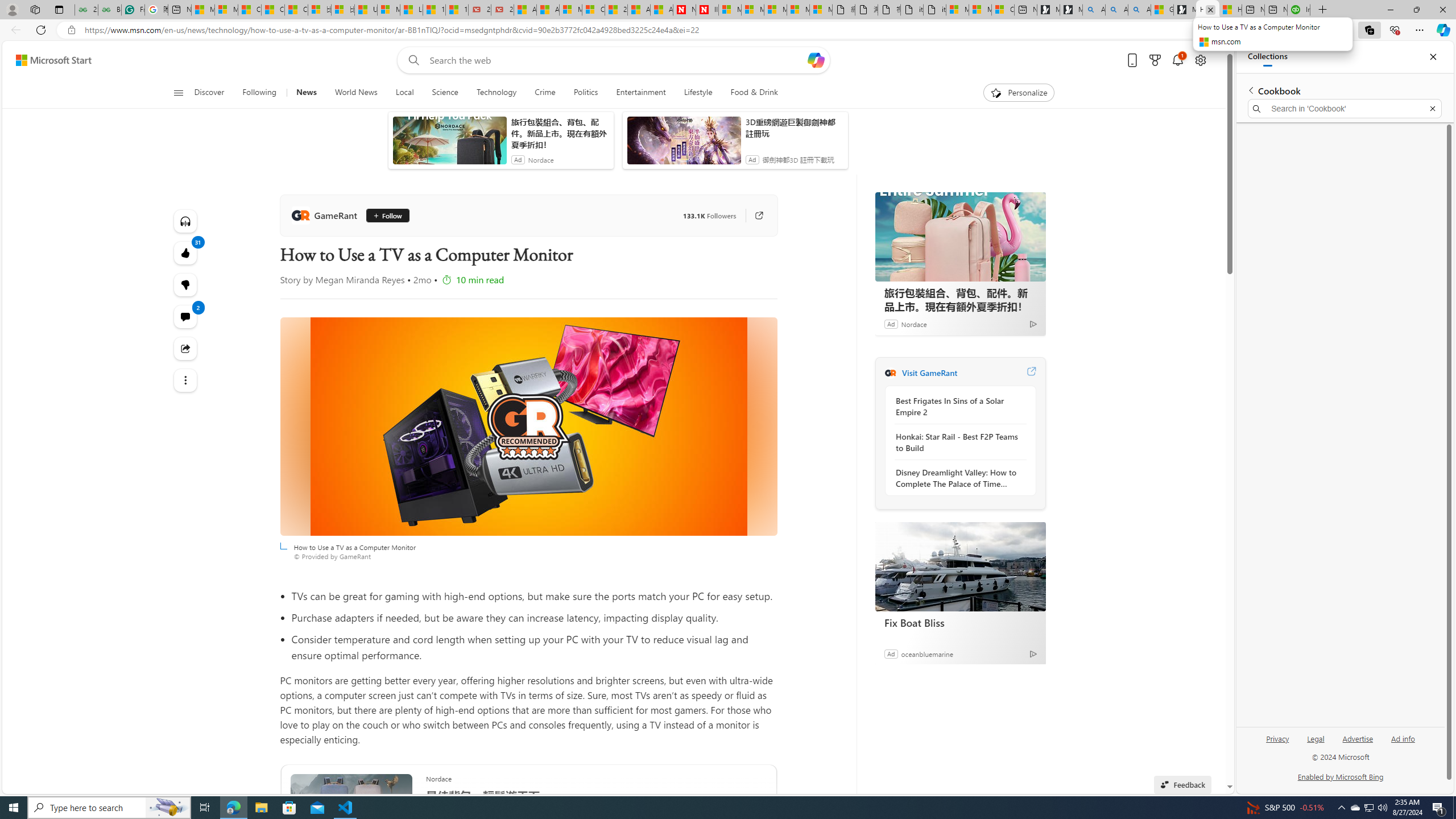 The height and width of the screenshot is (819, 1456). I want to click on 'itconcepthk.com/projector_solutions.mp4', so click(934, 9).